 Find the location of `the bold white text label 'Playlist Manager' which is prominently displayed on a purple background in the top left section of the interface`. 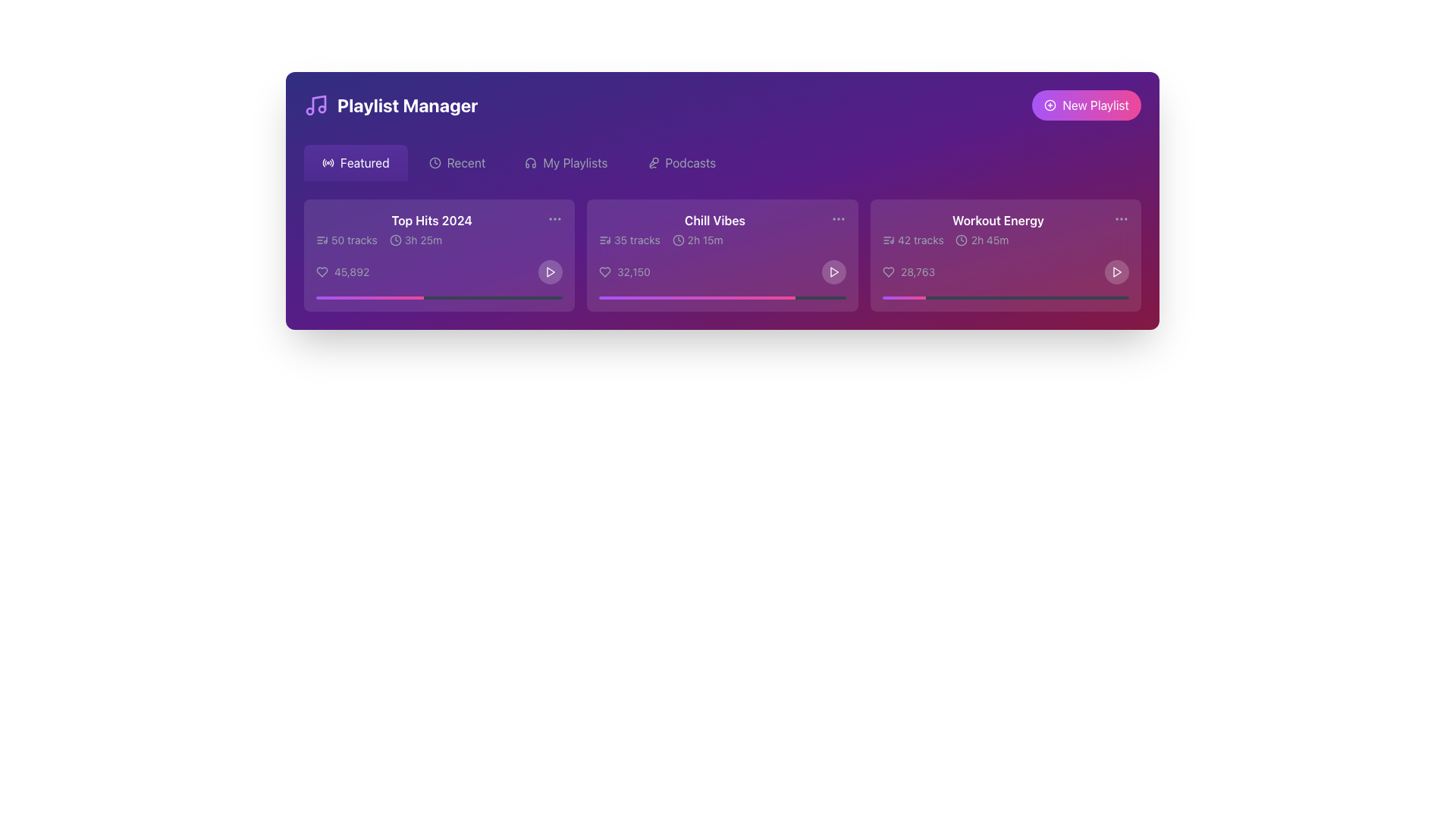

the bold white text label 'Playlist Manager' which is prominently displayed on a purple background in the top left section of the interface is located at coordinates (407, 104).